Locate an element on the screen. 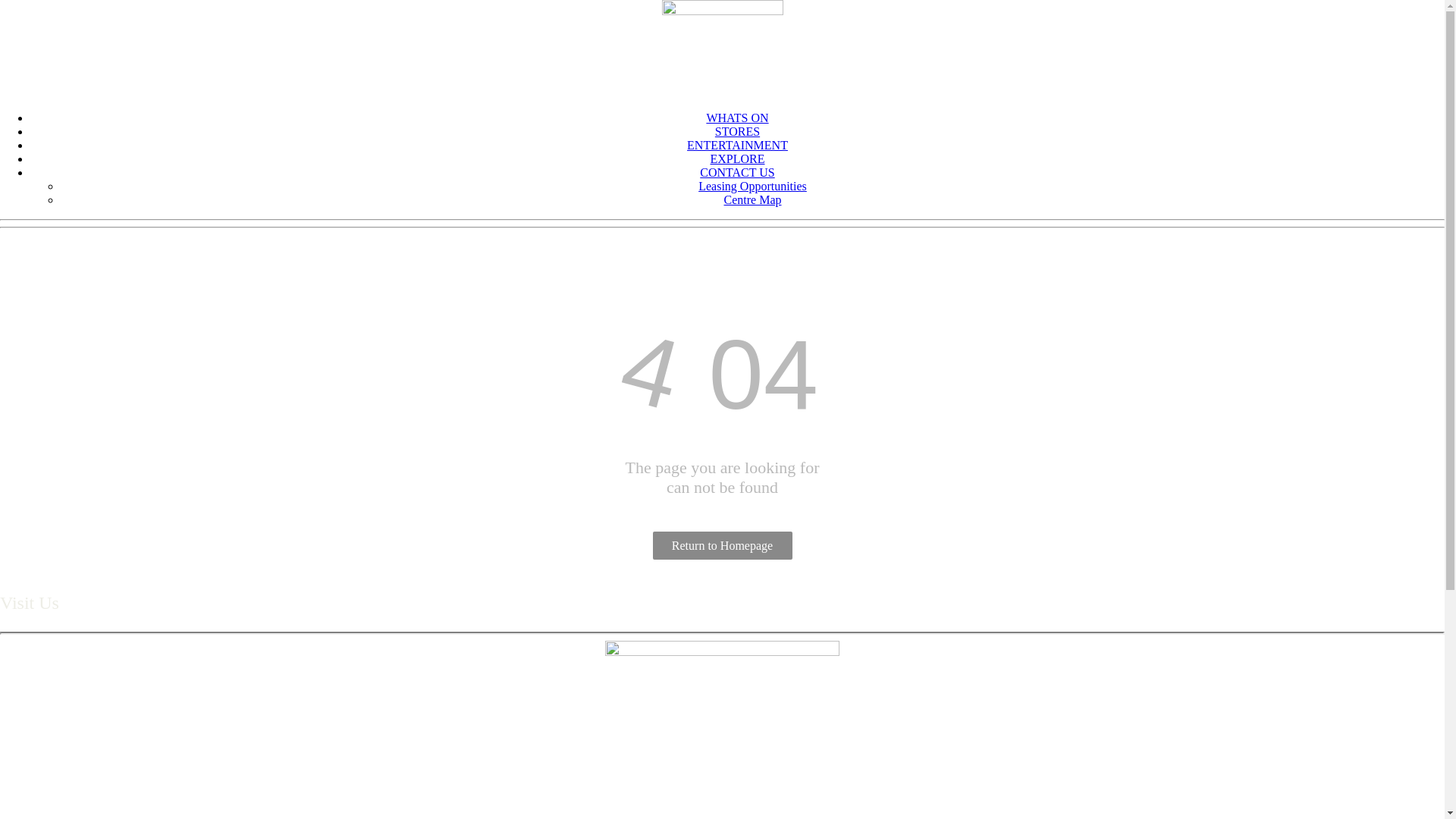 The image size is (1456, 819). 'Leasing Opportunities' is located at coordinates (752, 185).